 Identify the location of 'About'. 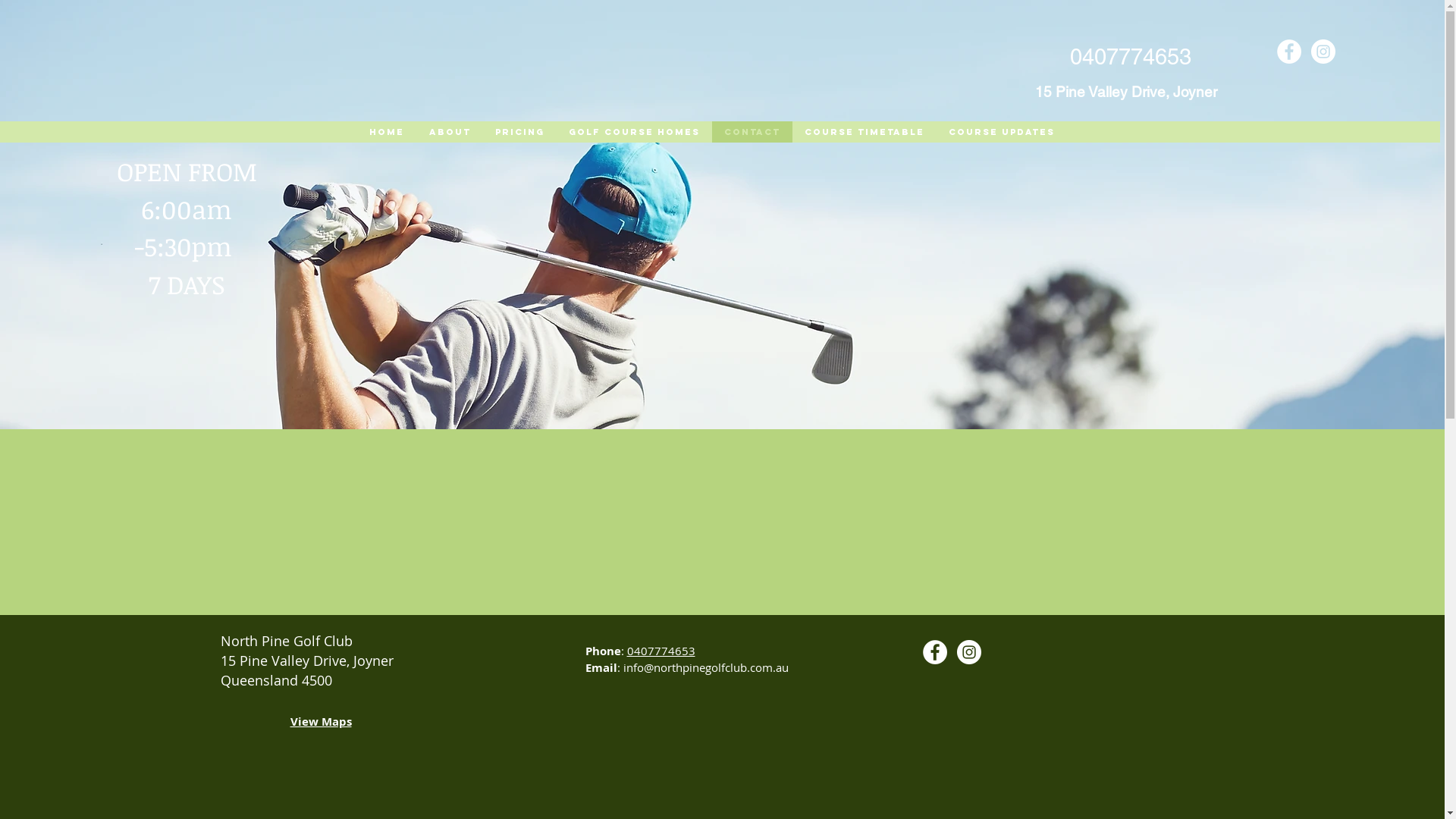
(447, 130).